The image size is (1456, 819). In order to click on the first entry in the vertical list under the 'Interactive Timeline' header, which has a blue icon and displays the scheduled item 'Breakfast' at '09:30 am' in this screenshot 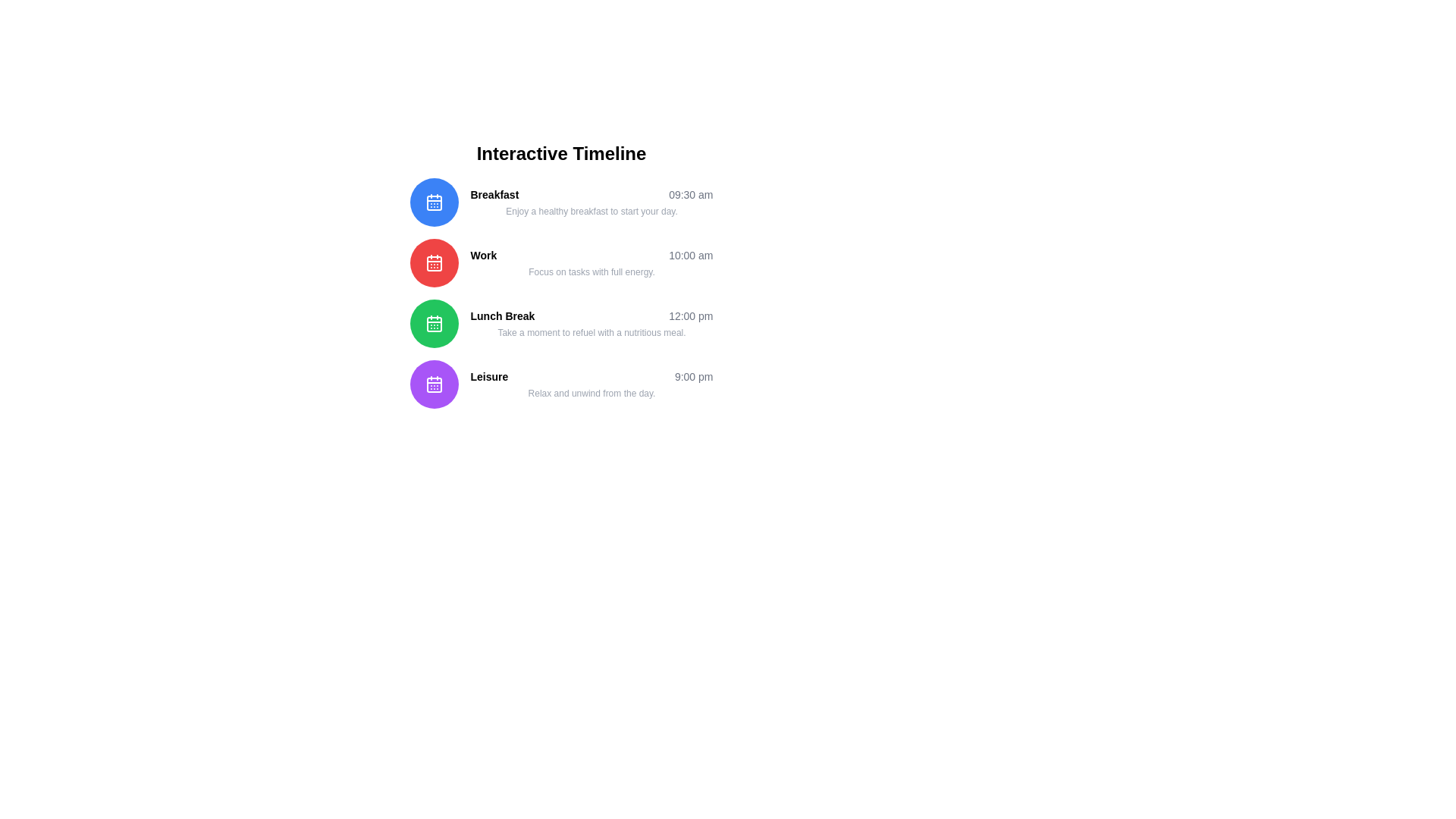, I will do `click(560, 201)`.